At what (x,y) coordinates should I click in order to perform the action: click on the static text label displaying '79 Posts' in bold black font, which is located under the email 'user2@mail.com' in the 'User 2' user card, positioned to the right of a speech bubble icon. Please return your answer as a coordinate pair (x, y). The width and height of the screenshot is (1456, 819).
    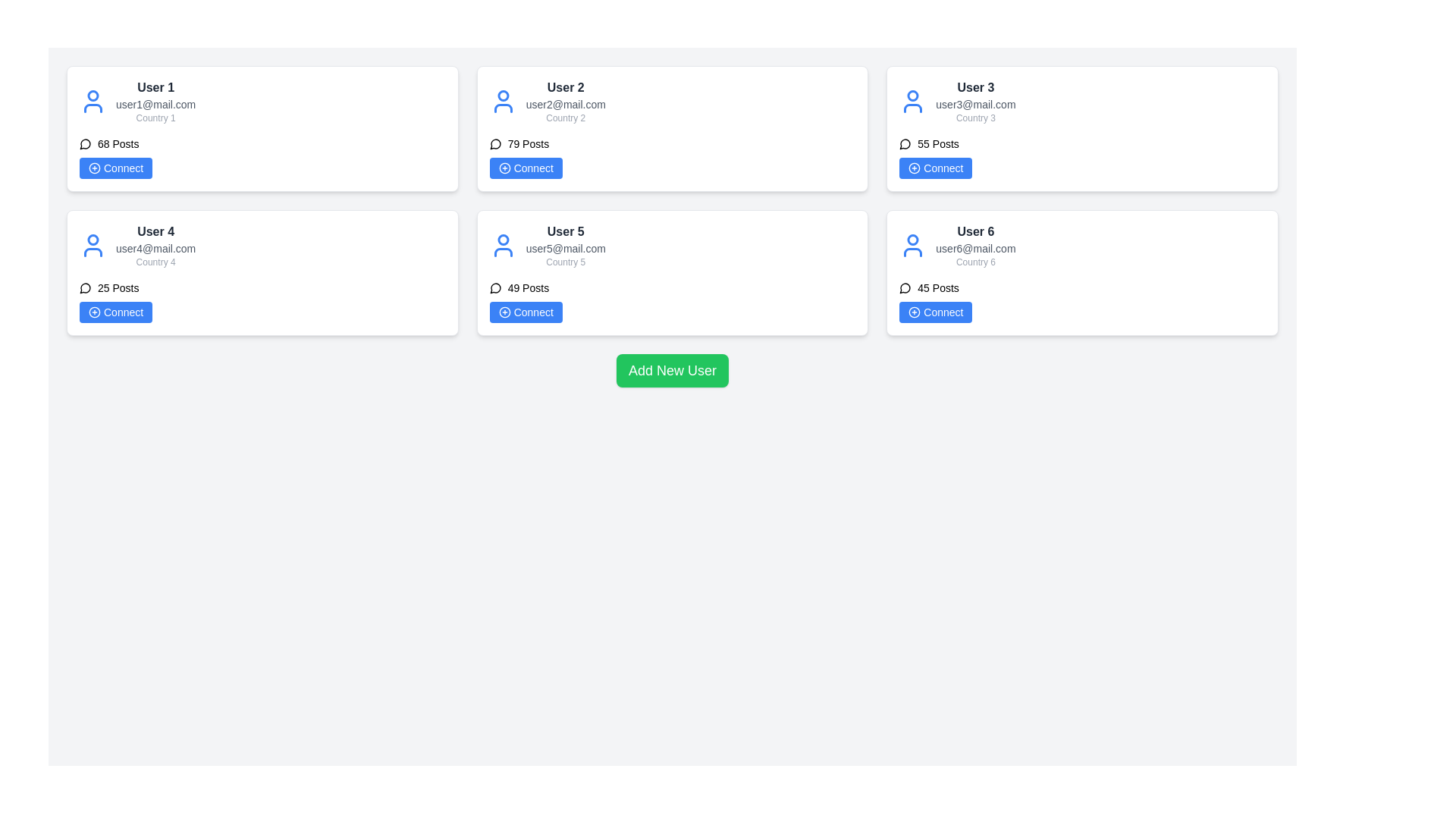
    Looking at the image, I should click on (528, 143).